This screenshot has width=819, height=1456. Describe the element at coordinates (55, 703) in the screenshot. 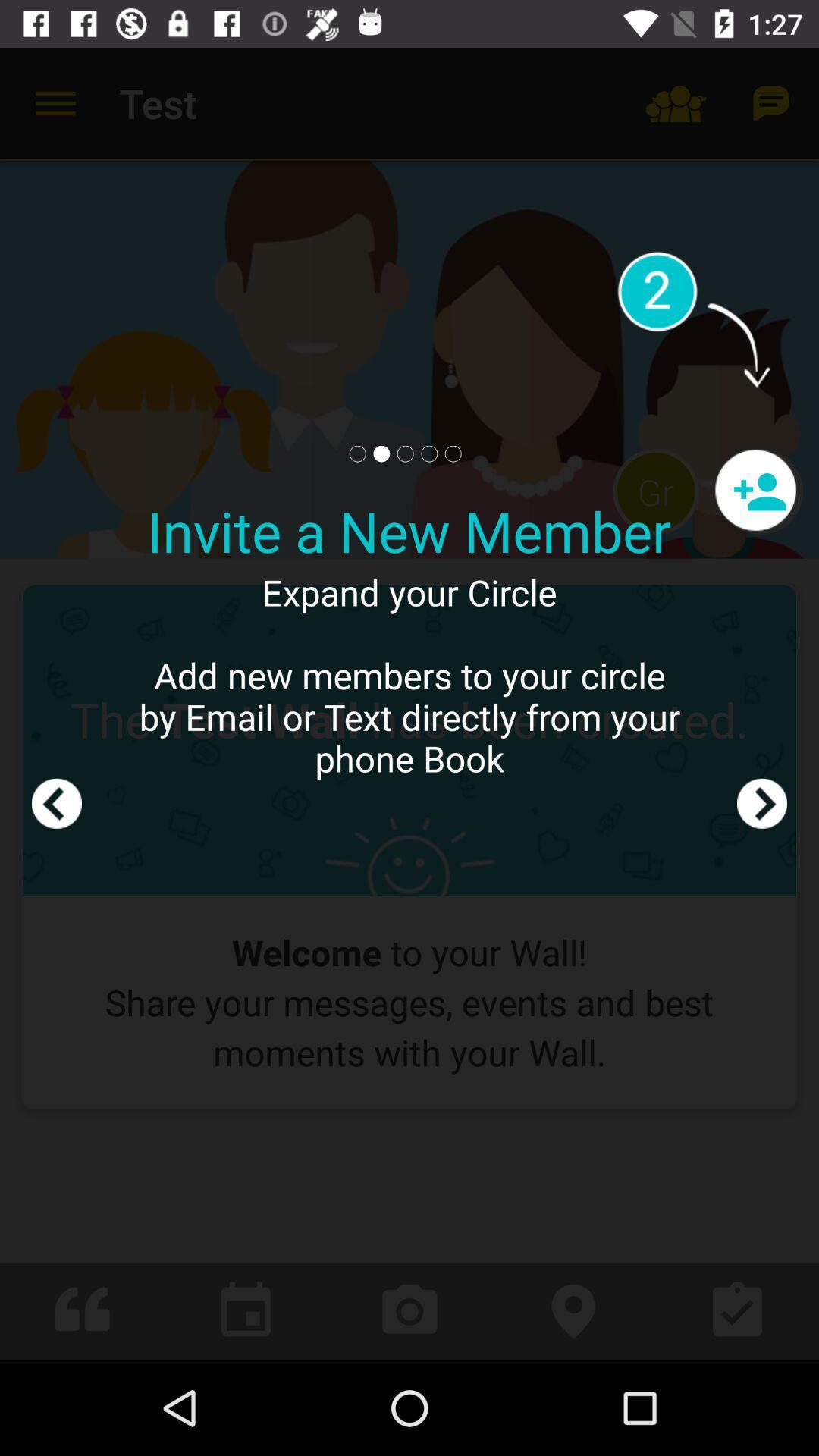

I see `the icon on the left` at that location.